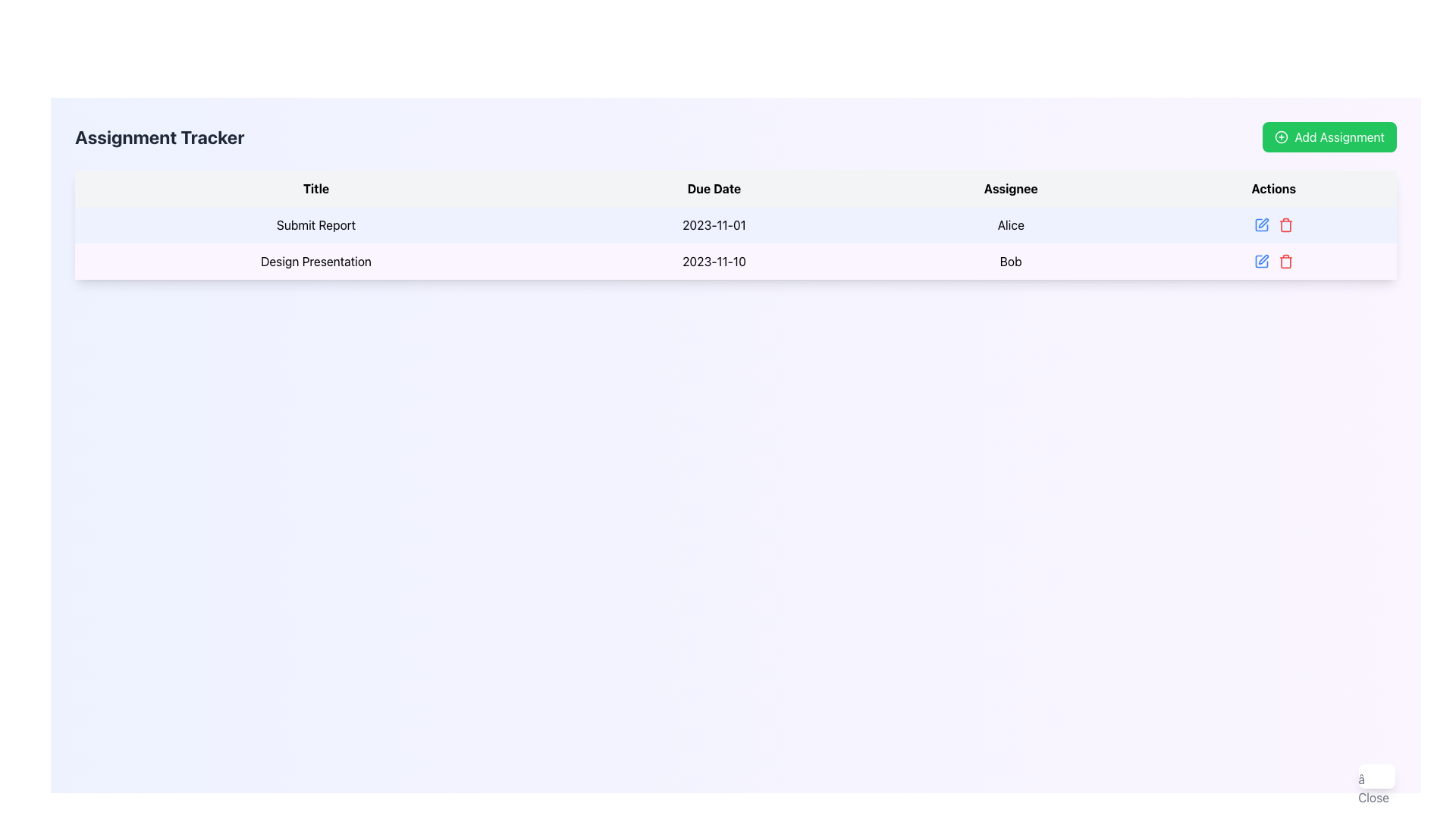 This screenshot has height=819, width=1456. Describe the element at coordinates (1373, 788) in the screenshot. I see `the close button located in the bottom-right corner of the notification box` at that location.